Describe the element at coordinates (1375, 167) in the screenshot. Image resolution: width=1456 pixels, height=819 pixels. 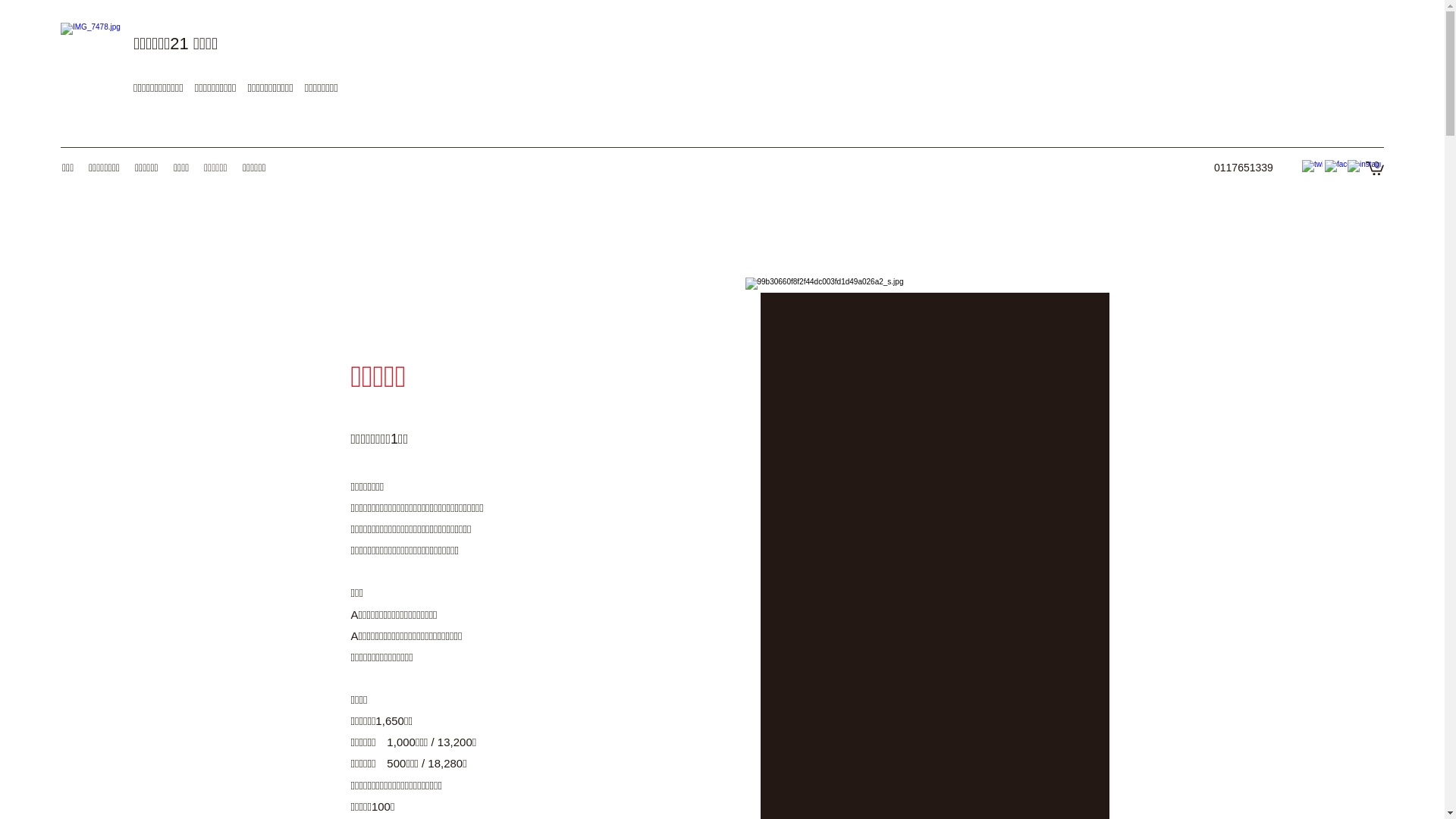
I see `'0'` at that location.